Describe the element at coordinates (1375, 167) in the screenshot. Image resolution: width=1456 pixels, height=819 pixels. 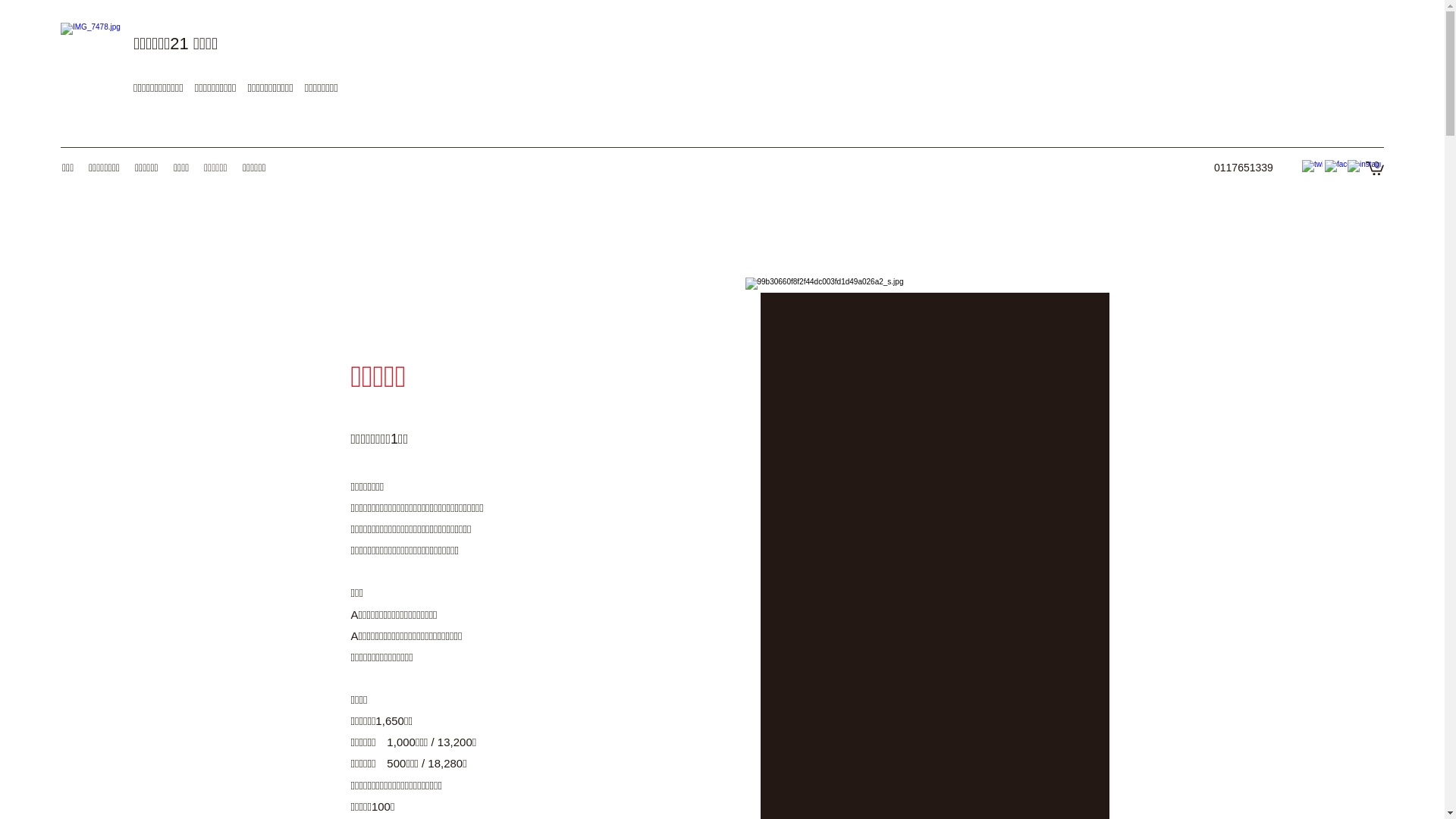
I see `'0'` at that location.